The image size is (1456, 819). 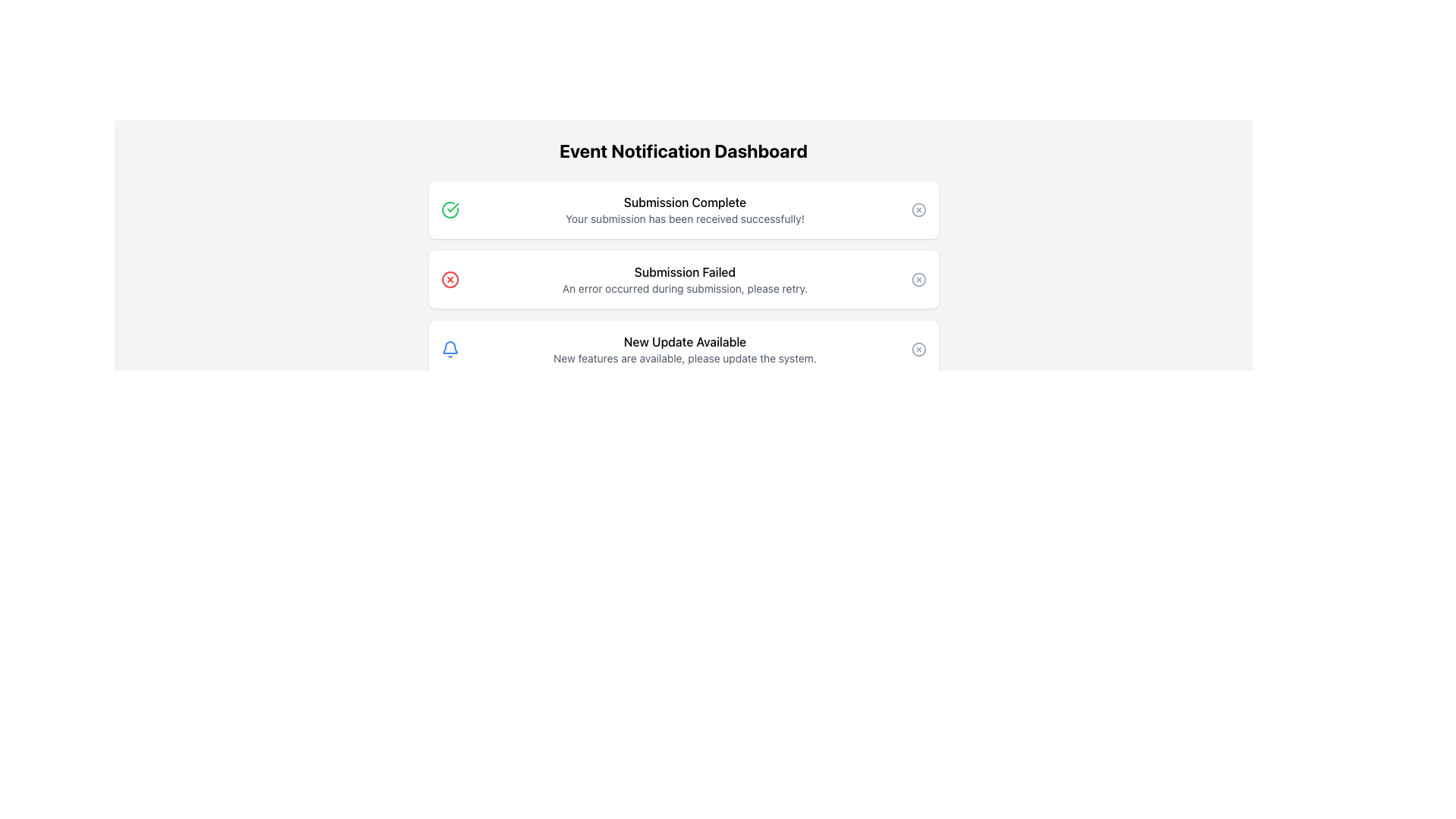 I want to click on the interactive elements within the Notification Card titled 'New Update Available', which has a white background and rounded corners, located at the bottom of a list of cards, so click(x=682, y=350).